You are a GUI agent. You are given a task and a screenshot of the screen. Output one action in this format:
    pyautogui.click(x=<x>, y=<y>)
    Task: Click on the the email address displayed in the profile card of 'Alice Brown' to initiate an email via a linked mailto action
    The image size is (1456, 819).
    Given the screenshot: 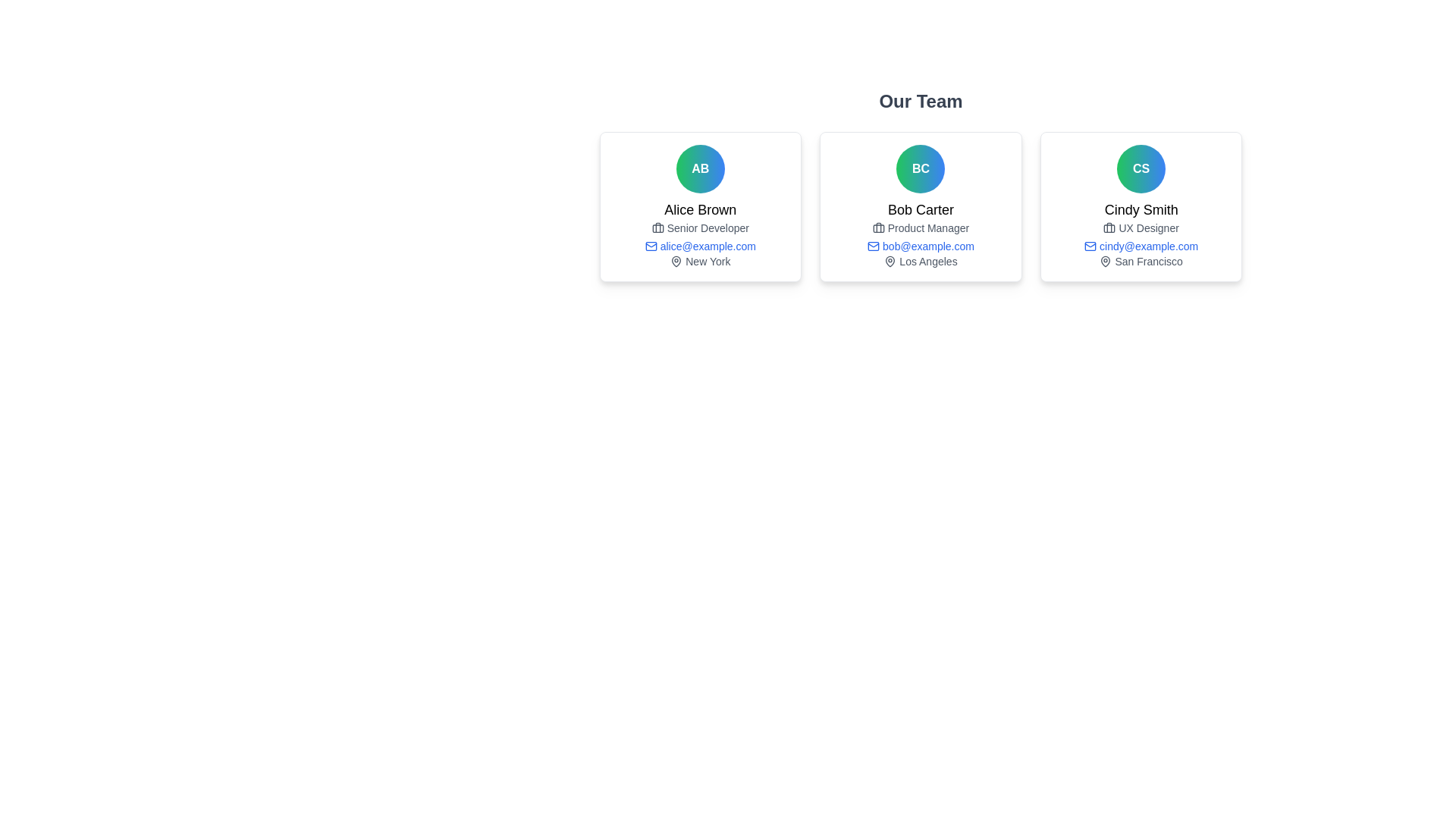 What is the action you would take?
    pyautogui.click(x=699, y=245)
    